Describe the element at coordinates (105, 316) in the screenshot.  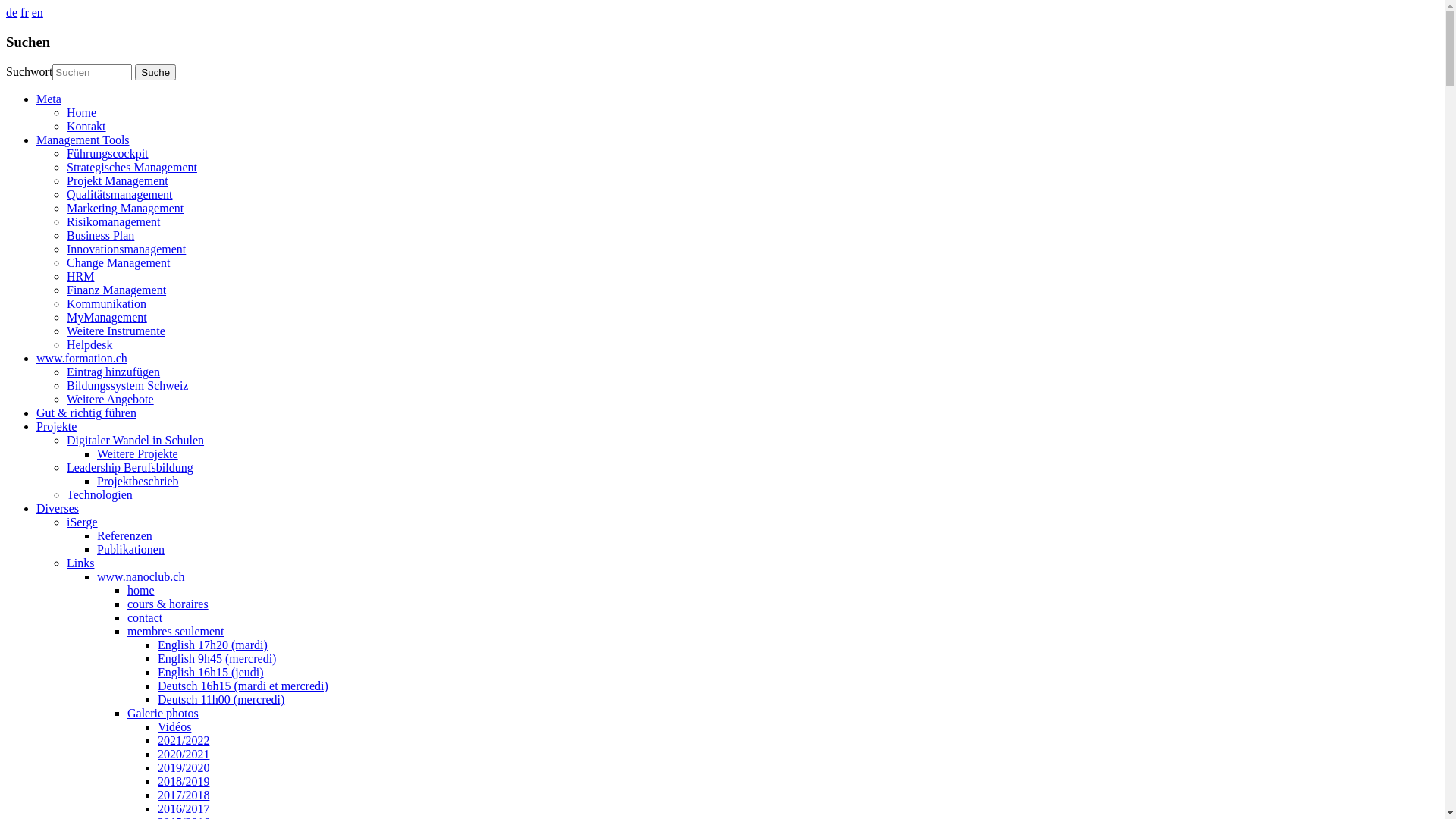
I see `'MyManagement'` at that location.